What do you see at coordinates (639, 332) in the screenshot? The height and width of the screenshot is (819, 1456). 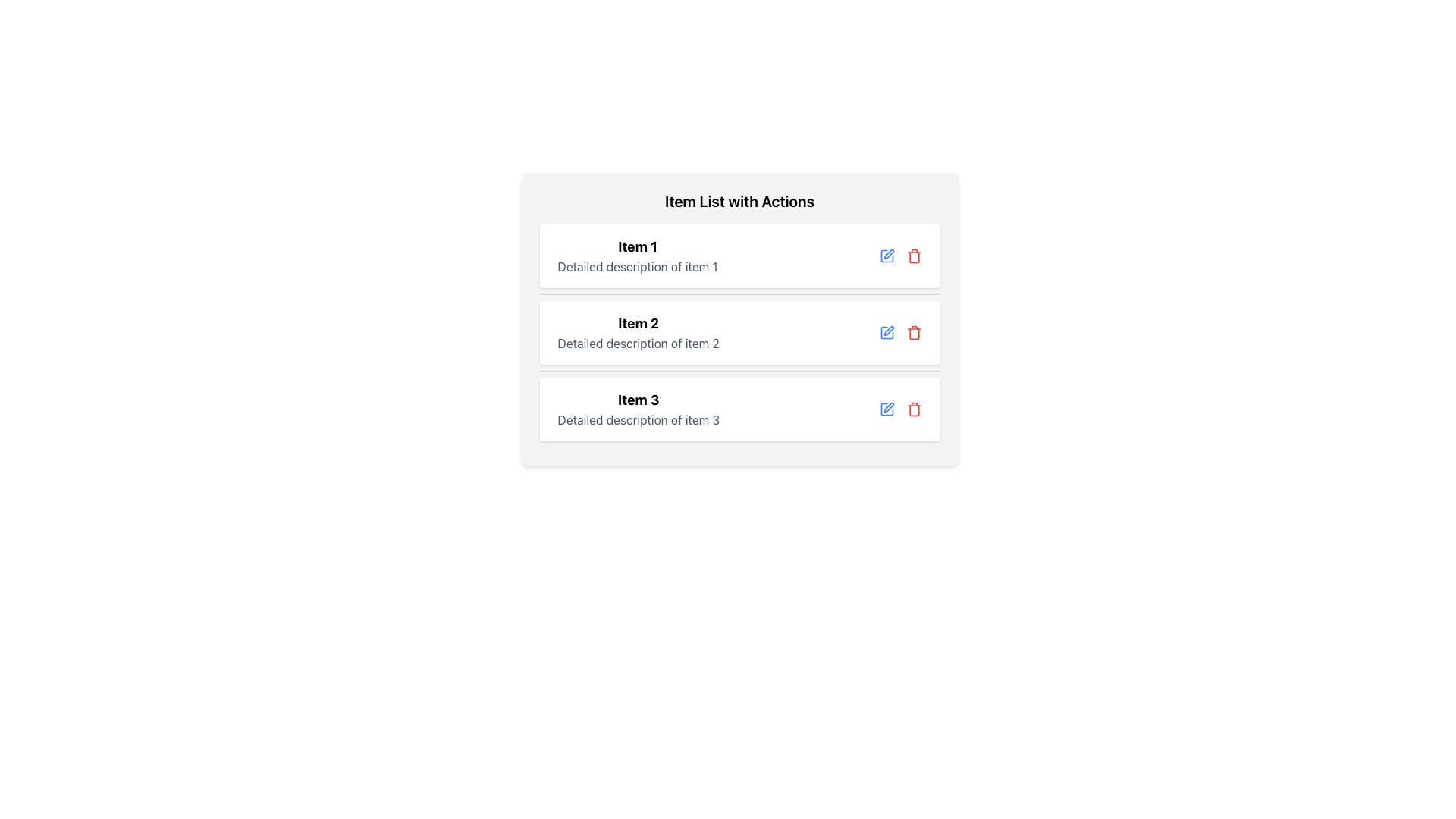 I see `the Text Description Block titled 'Item 2' which contains a bold title and a detailed description` at bounding box center [639, 332].